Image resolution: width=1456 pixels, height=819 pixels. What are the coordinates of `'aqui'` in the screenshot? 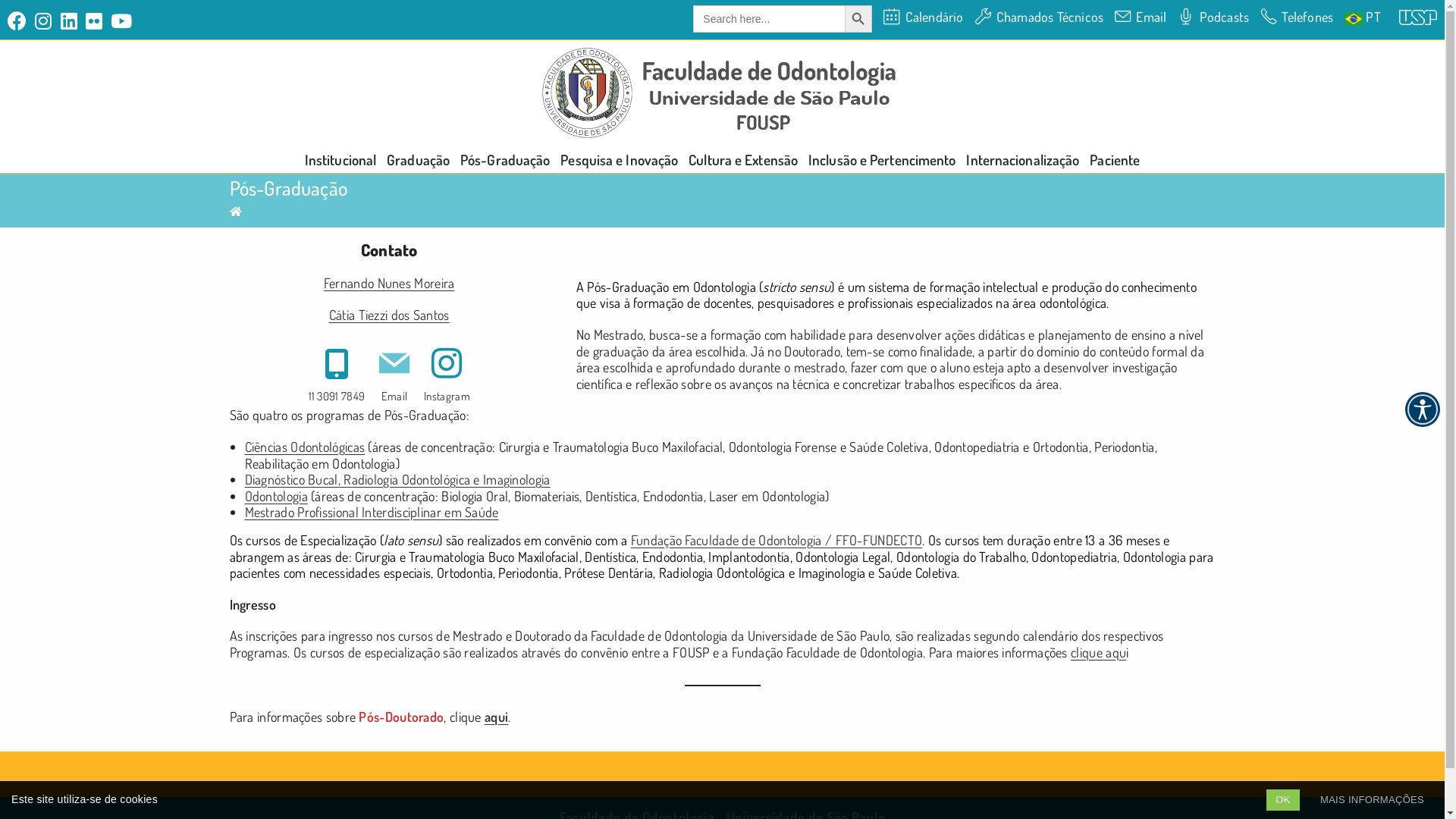 It's located at (496, 717).